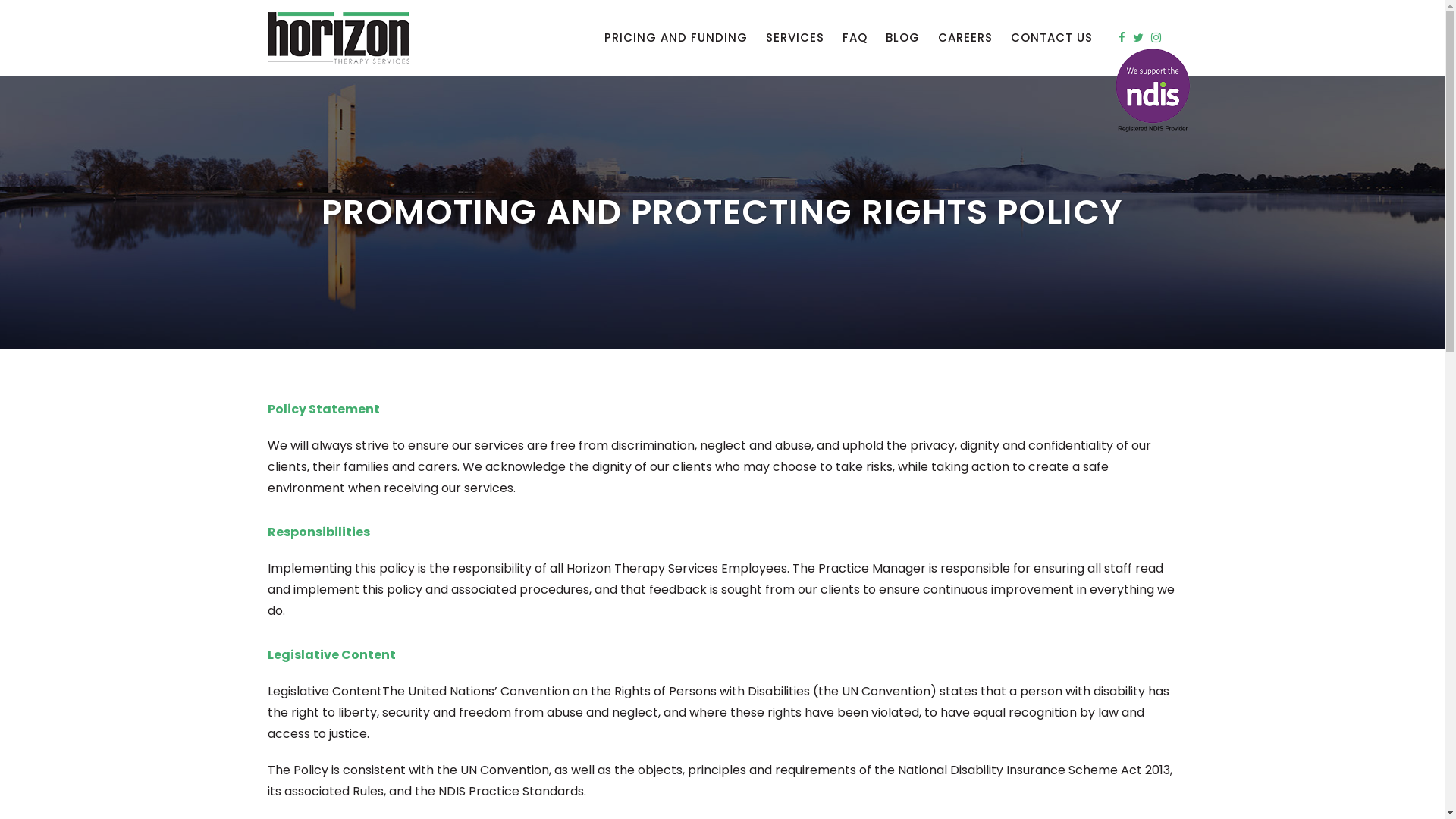 The width and height of the screenshot is (1456, 819). I want to click on 'CAREERS', so click(964, 37).